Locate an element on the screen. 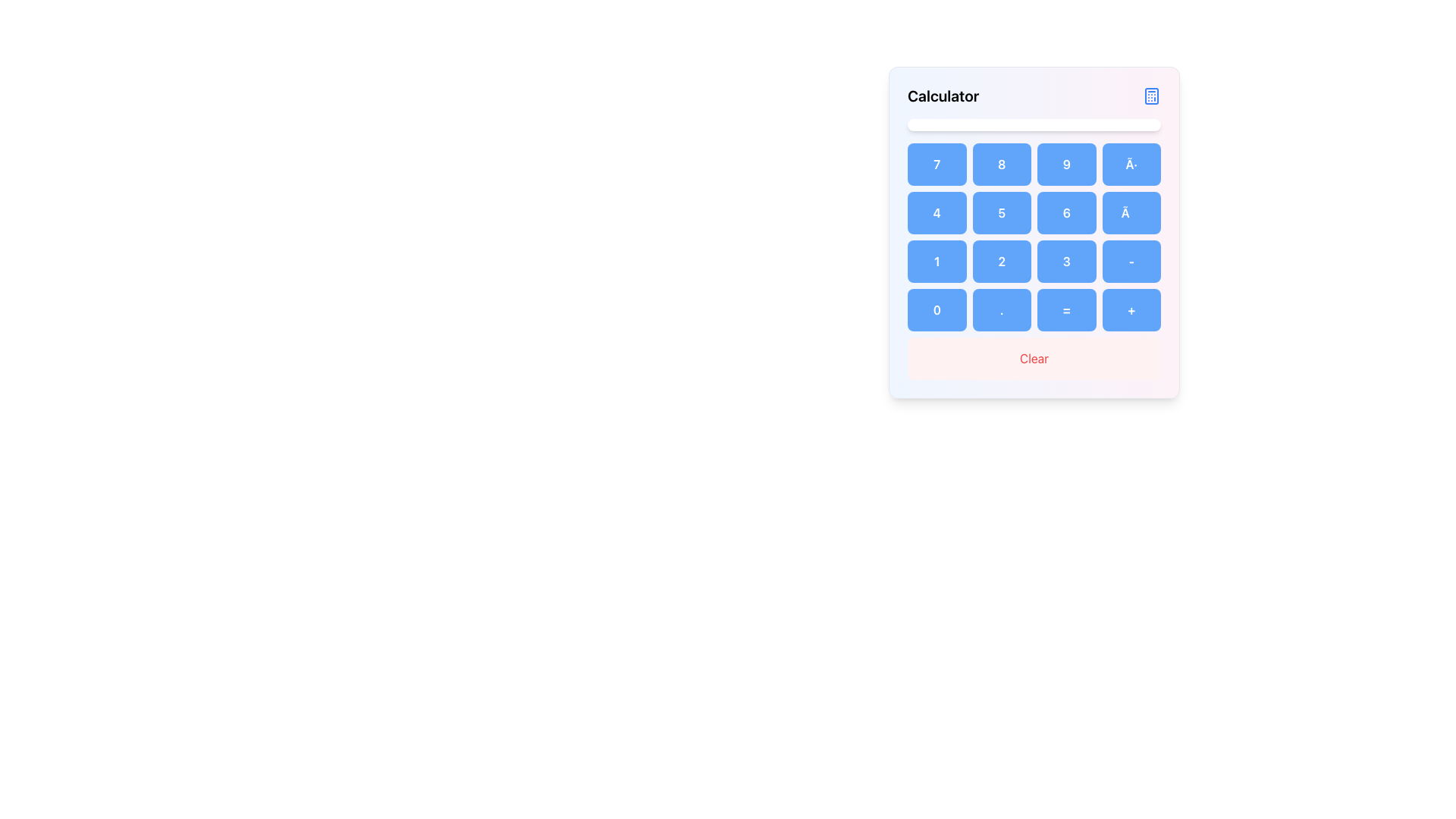 This screenshot has height=819, width=1456. the rectangular '+' button with a blue background and rounded corners, located at the bottom-right of the grid, to input the addition operation is located at coordinates (1131, 309).